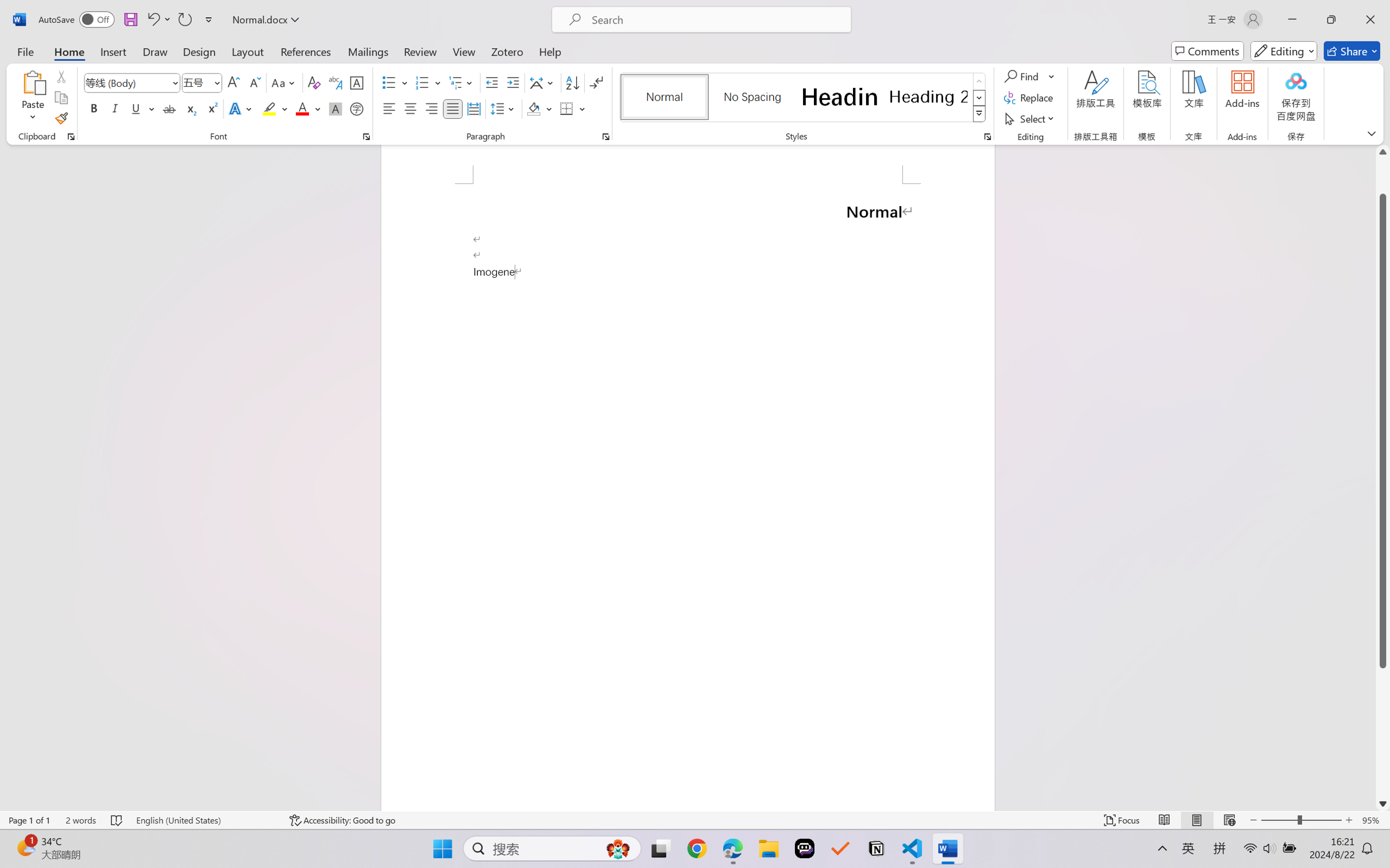  What do you see at coordinates (839, 96) in the screenshot?
I see `'Heading 1'` at bounding box center [839, 96].